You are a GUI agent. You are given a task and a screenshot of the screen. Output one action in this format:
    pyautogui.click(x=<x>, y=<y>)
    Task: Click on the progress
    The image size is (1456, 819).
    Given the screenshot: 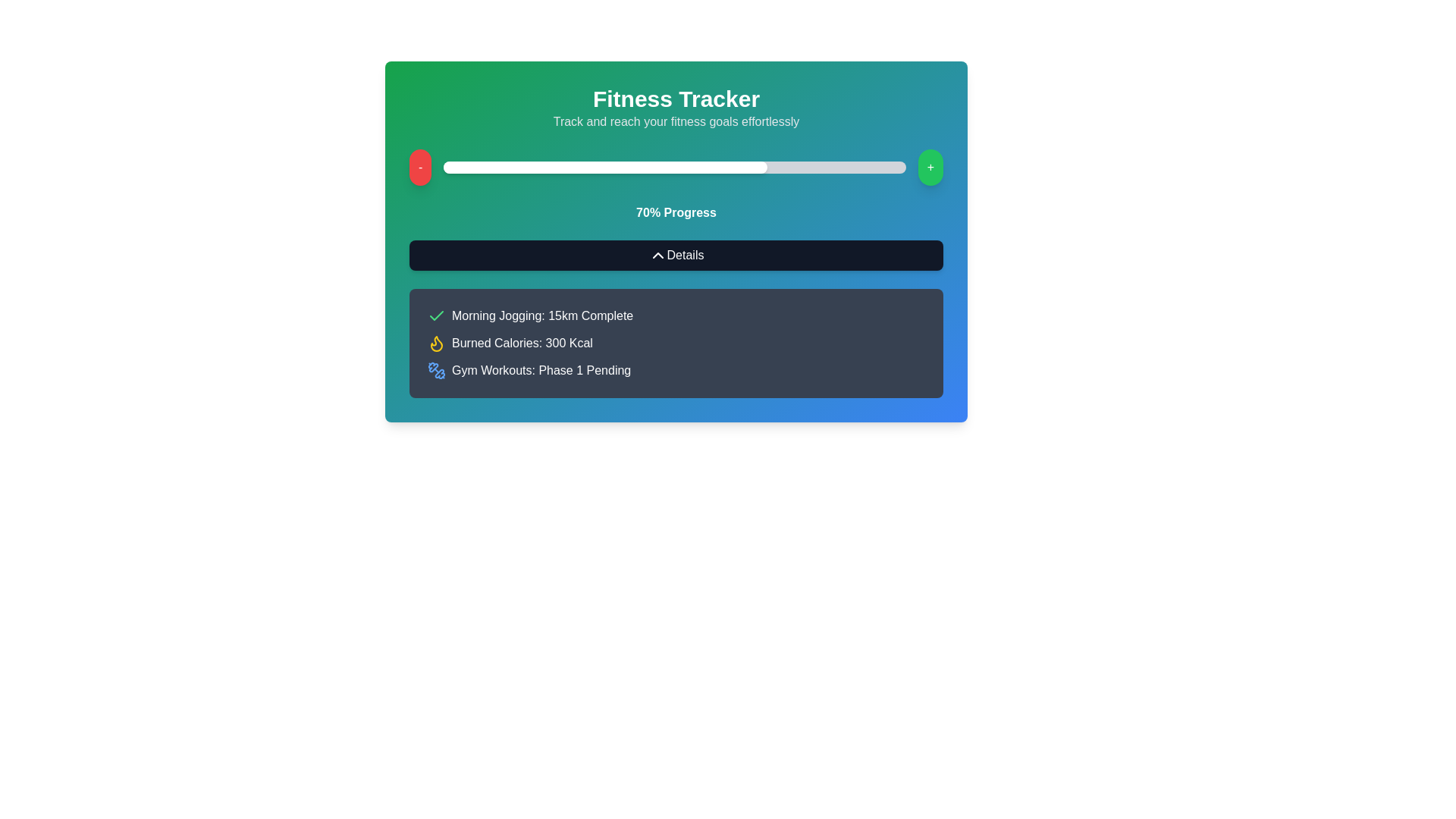 What is the action you would take?
    pyautogui.click(x=595, y=167)
    